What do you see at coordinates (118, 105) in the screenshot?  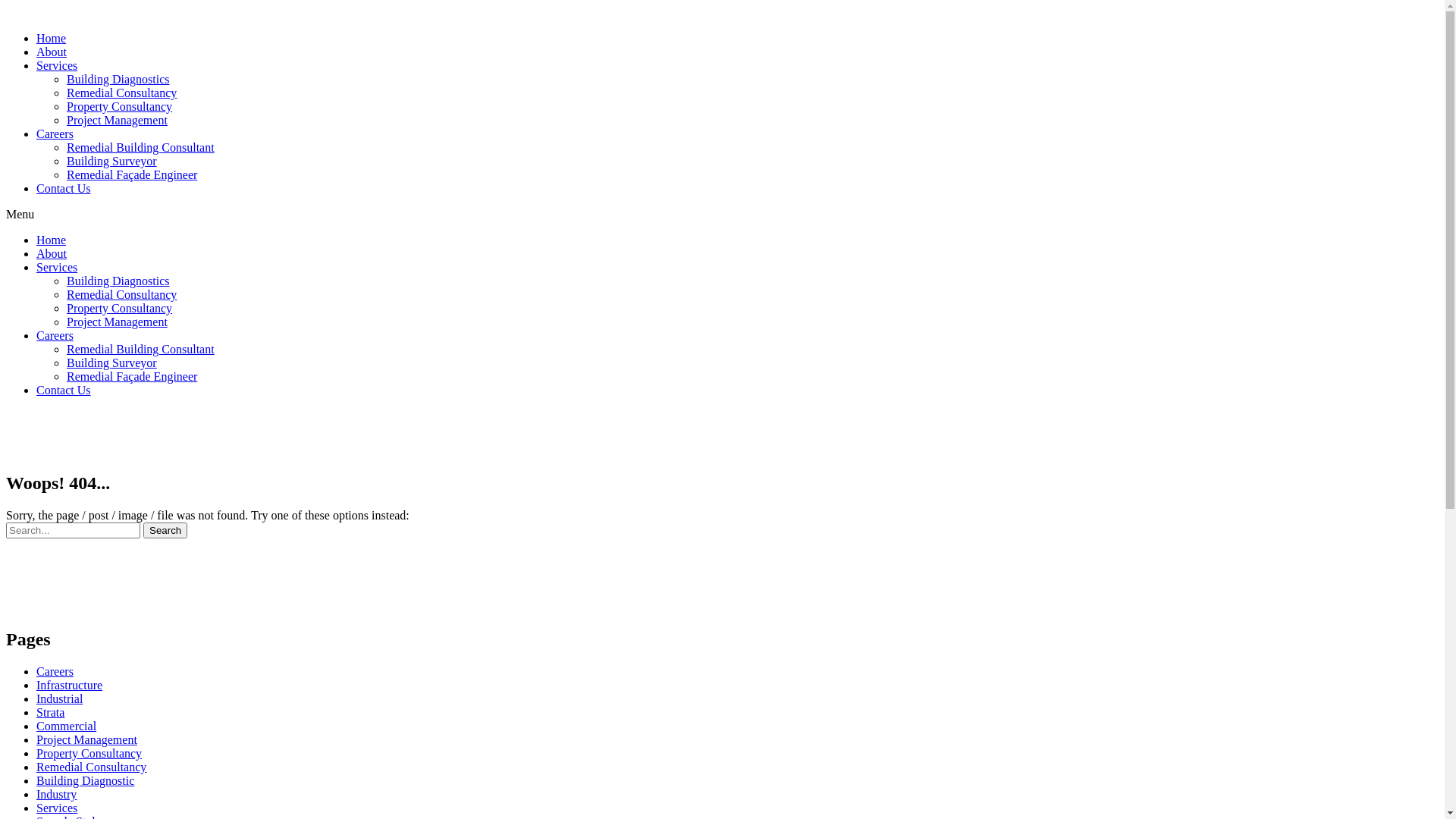 I see `'Property Consultancy'` at bounding box center [118, 105].